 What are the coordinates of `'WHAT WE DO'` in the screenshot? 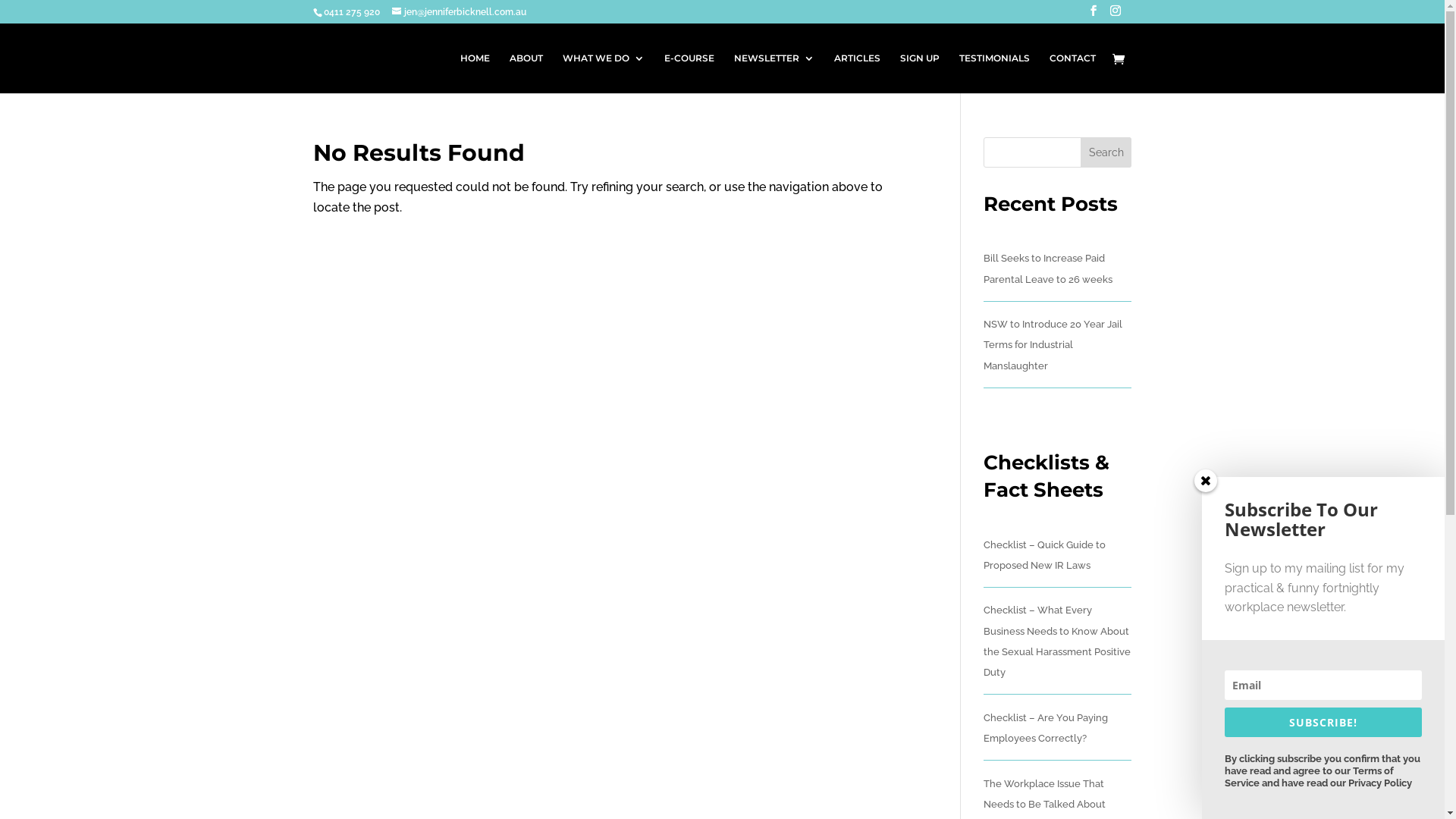 It's located at (603, 73).